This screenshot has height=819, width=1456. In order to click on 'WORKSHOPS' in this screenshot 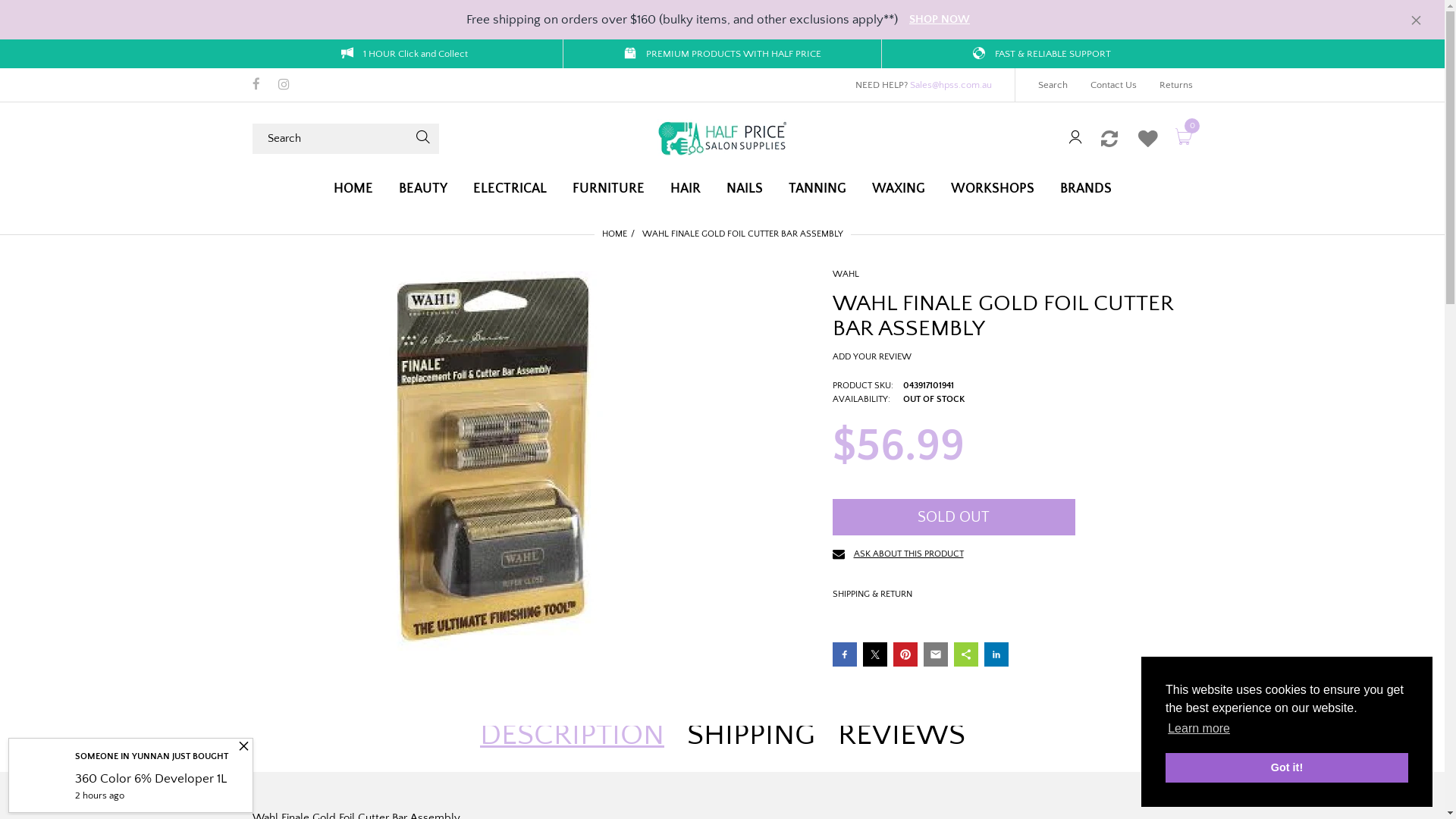, I will do `click(993, 188)`.